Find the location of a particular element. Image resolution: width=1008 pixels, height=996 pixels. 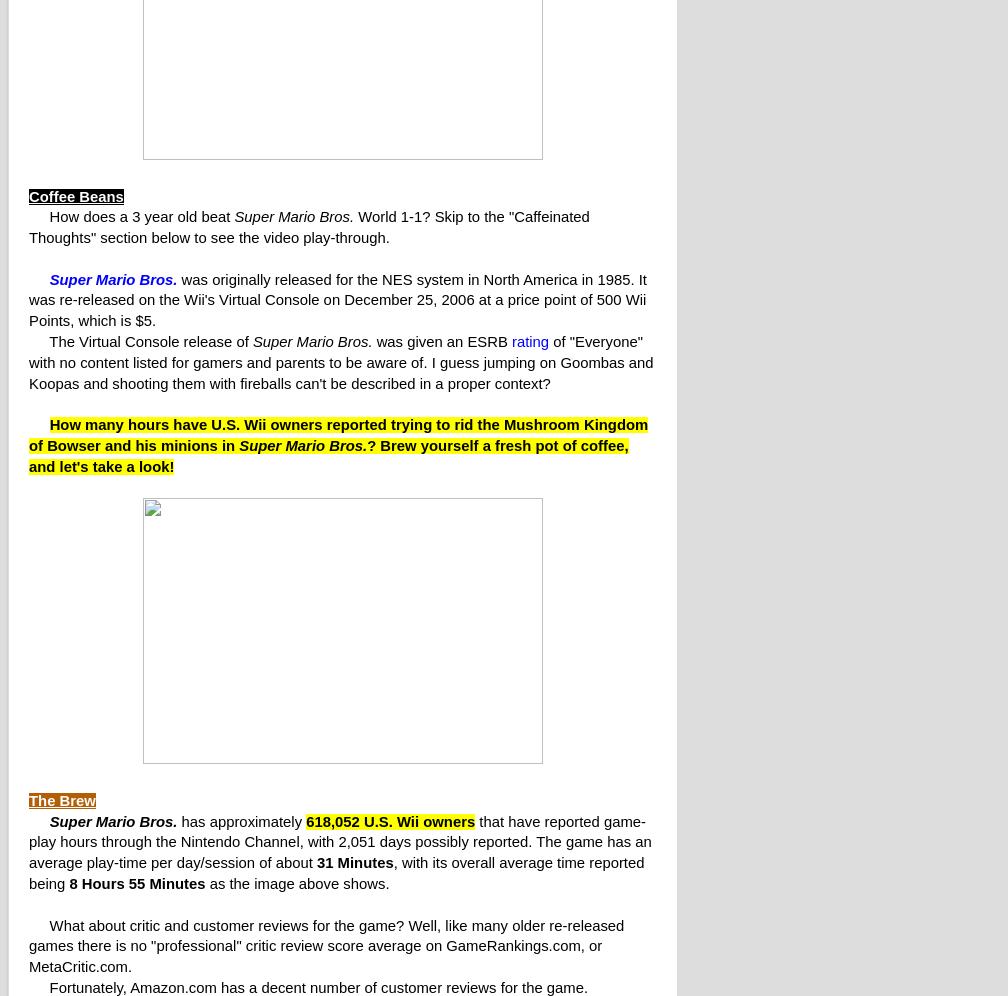

'was originally released for the NES system in North America in 1985. It was re-released on the Wii's Virtual Console on December 25, 2006 at a price point of 500 Wii Points, which is $5.' is located at coordinates (337, 298).